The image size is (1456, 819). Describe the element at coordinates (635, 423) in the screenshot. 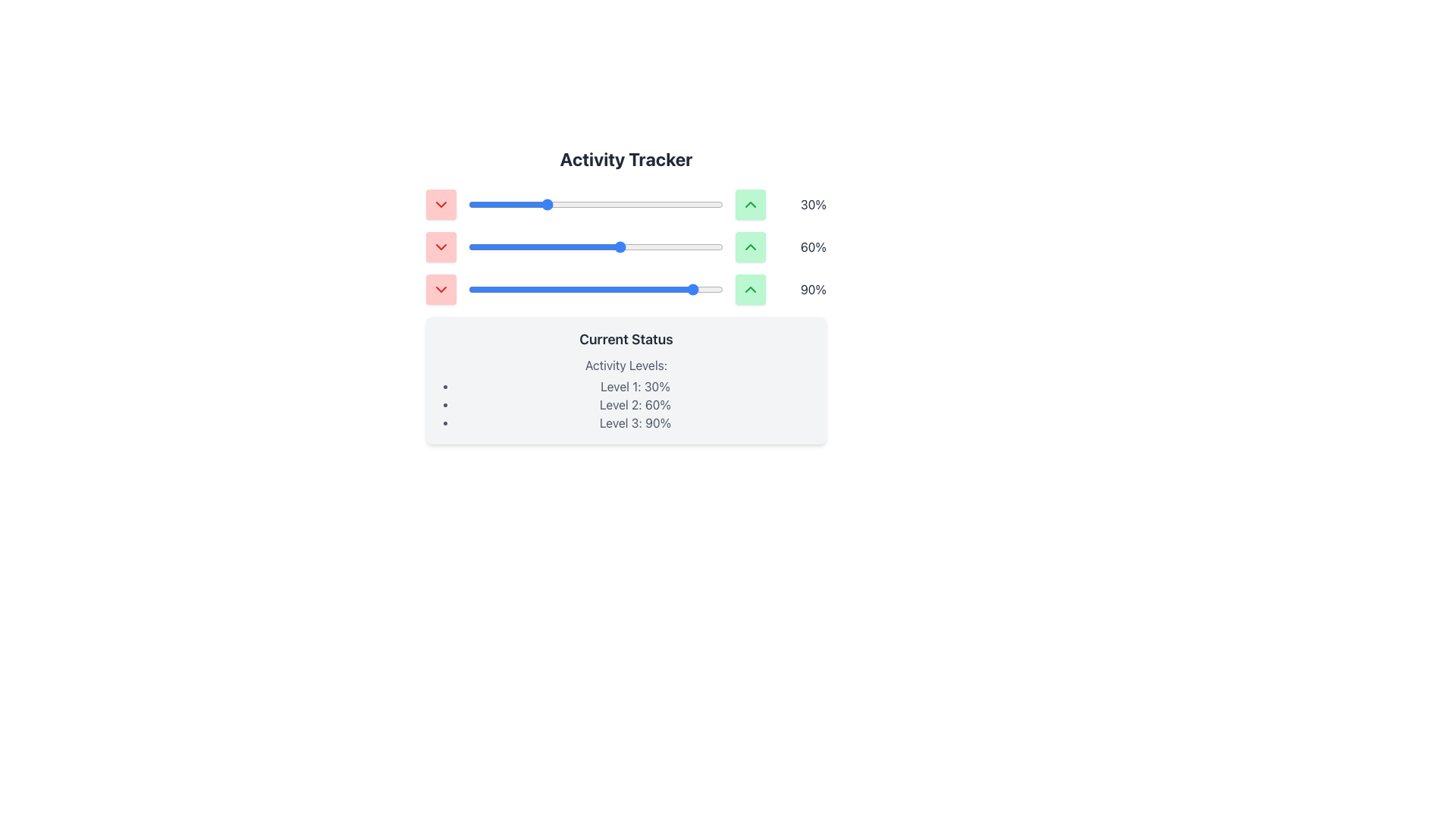

I see `the static text label indicating 'Level 3: 90%' within the 'Current Status' section of the 'Activity Tracker'` at that location.